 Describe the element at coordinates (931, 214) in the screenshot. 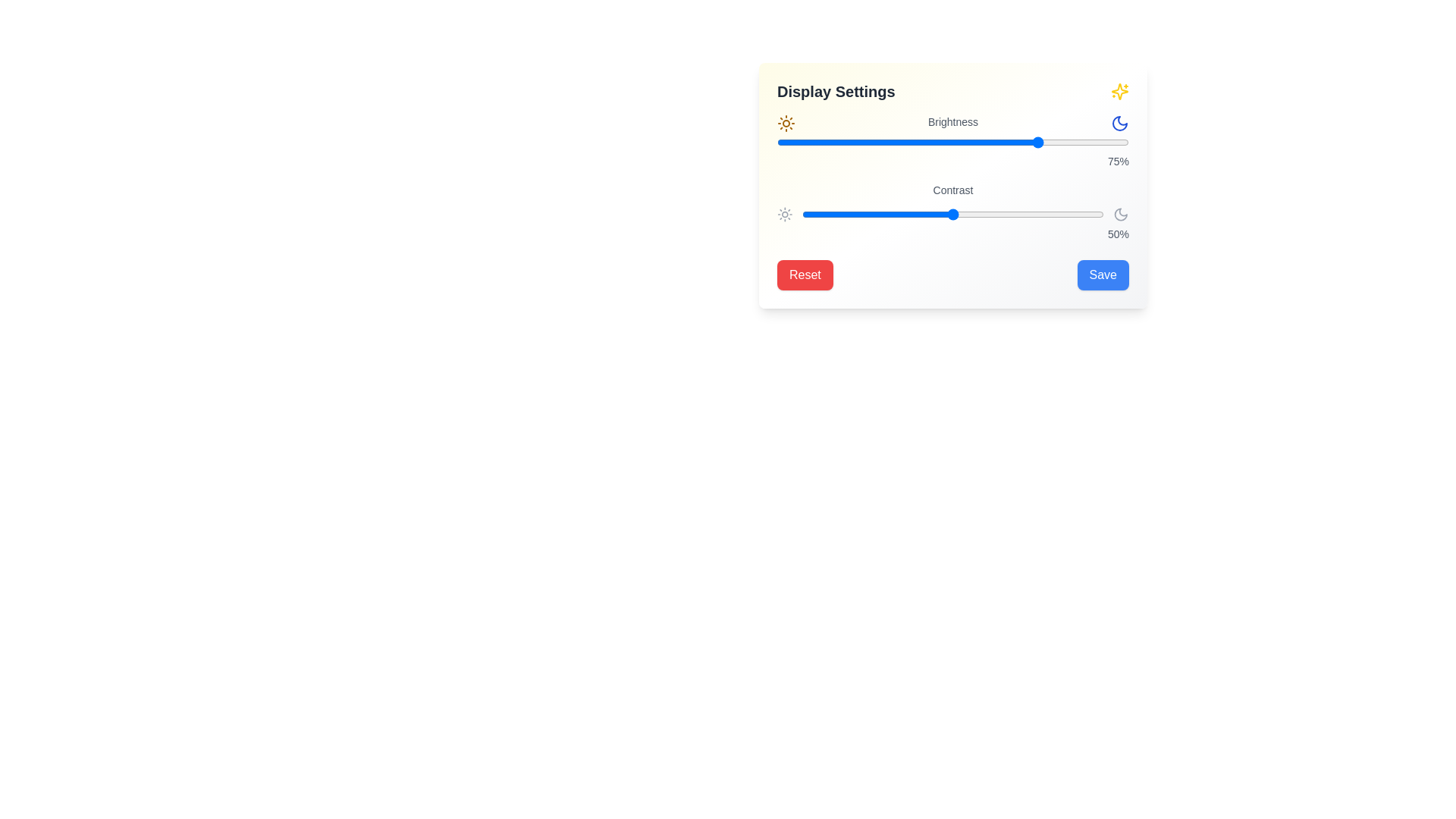

I see `contrast` at that location.